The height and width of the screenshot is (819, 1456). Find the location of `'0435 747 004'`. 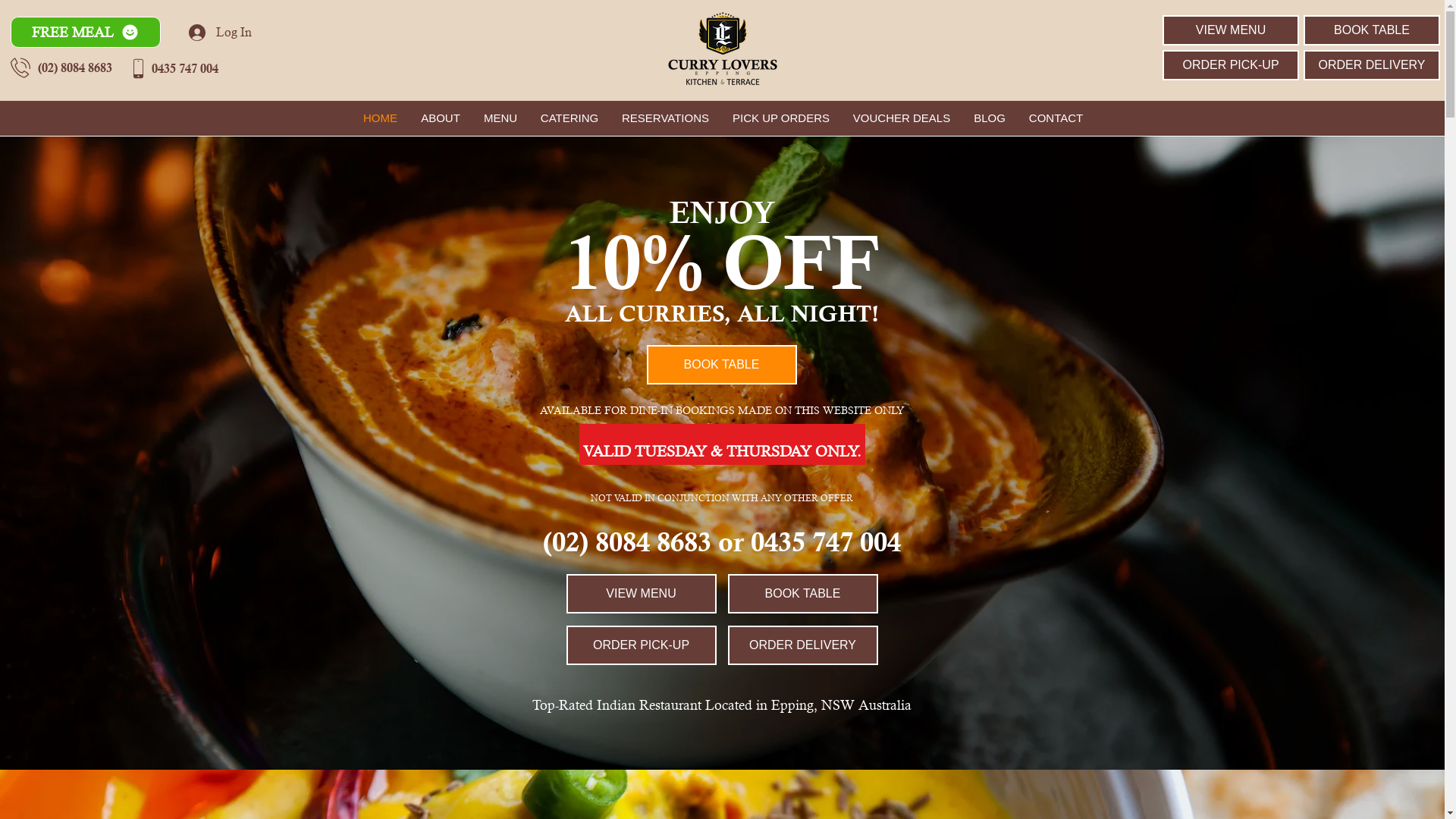

'0435 747 004' is located at coordinates (184, 67).